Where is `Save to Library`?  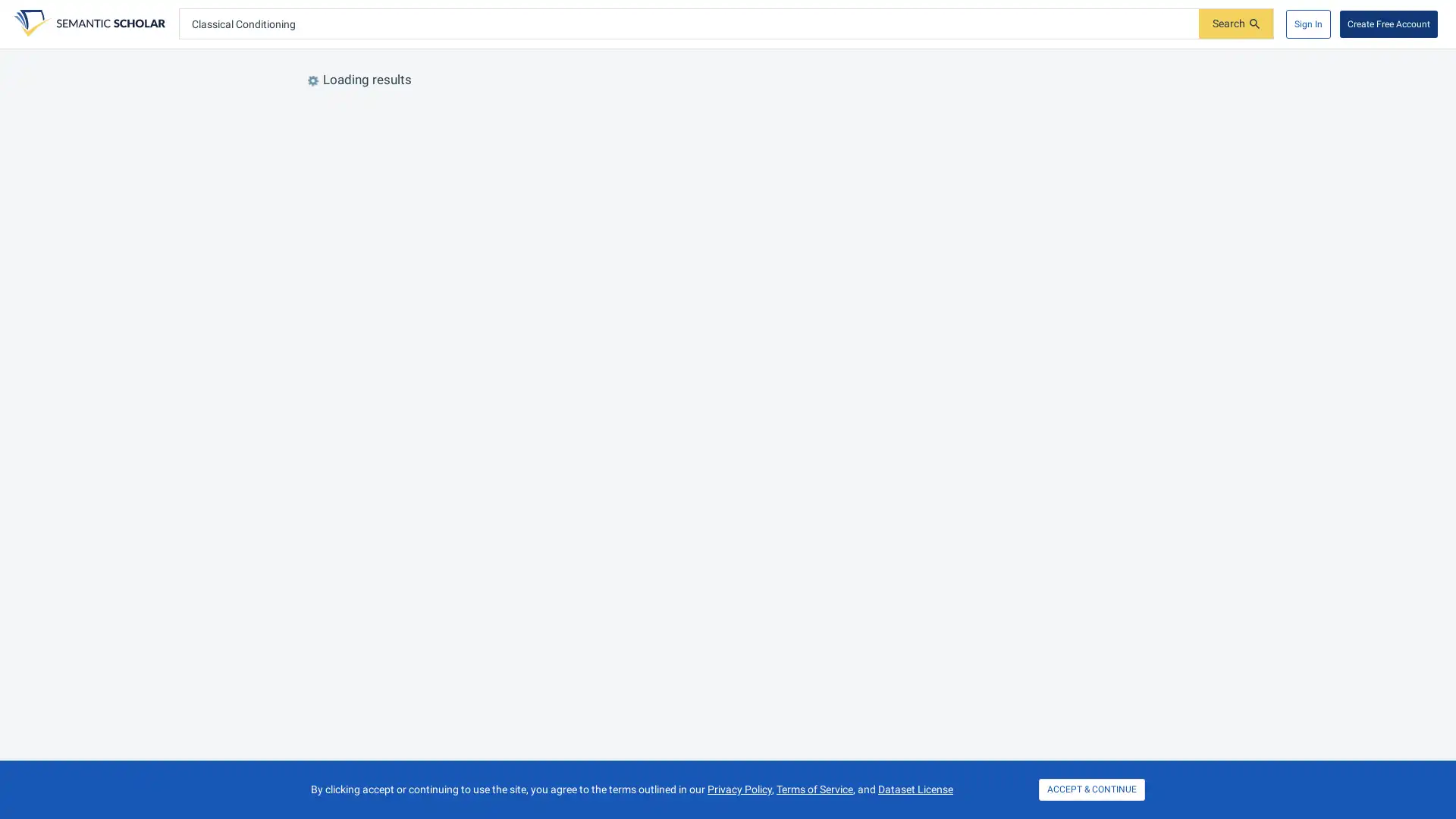 Save to Library is located at coordinates (416, 674).